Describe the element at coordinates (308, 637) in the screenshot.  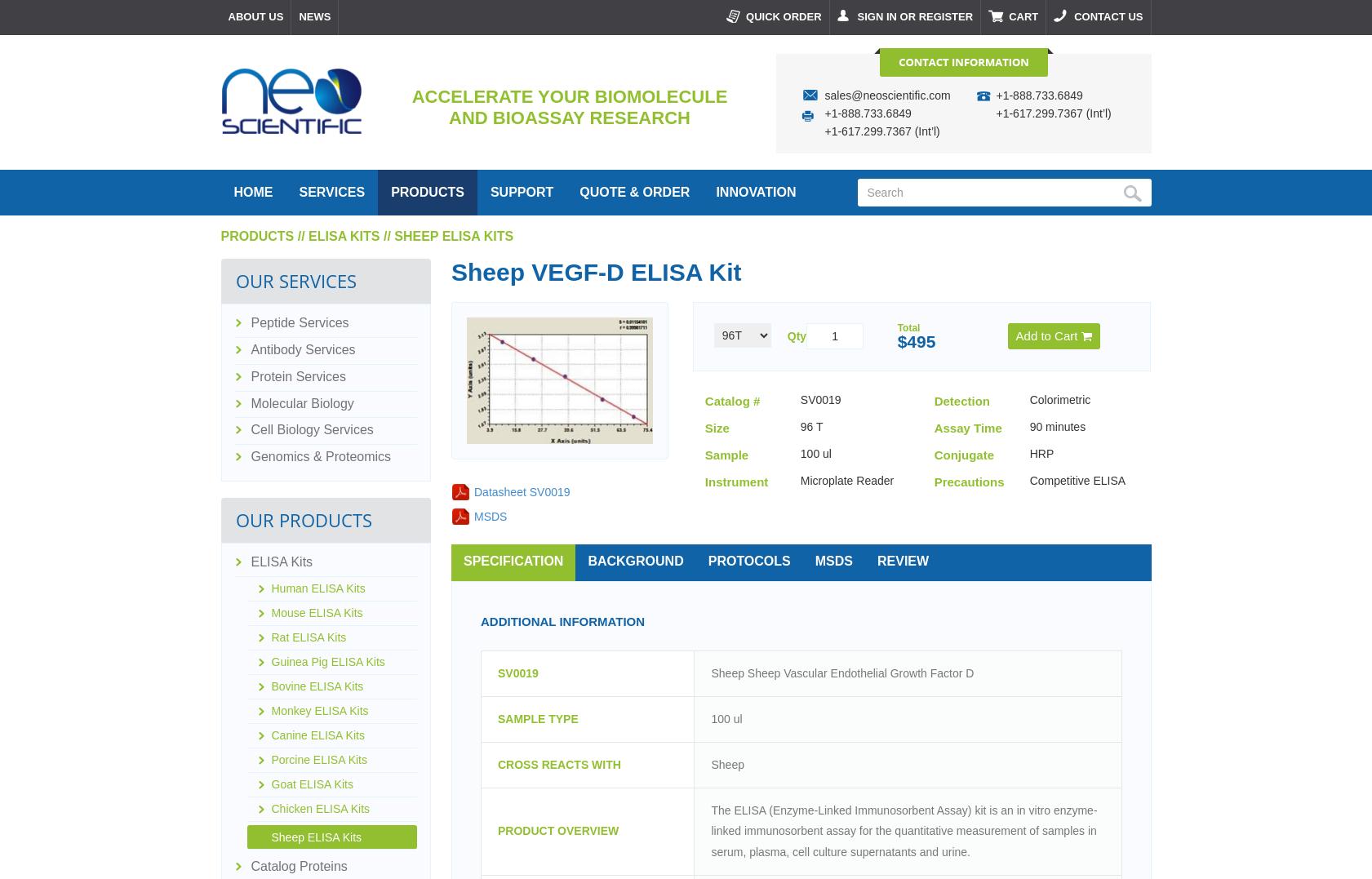
I see `'Rat ELISA Kits'` at that location.